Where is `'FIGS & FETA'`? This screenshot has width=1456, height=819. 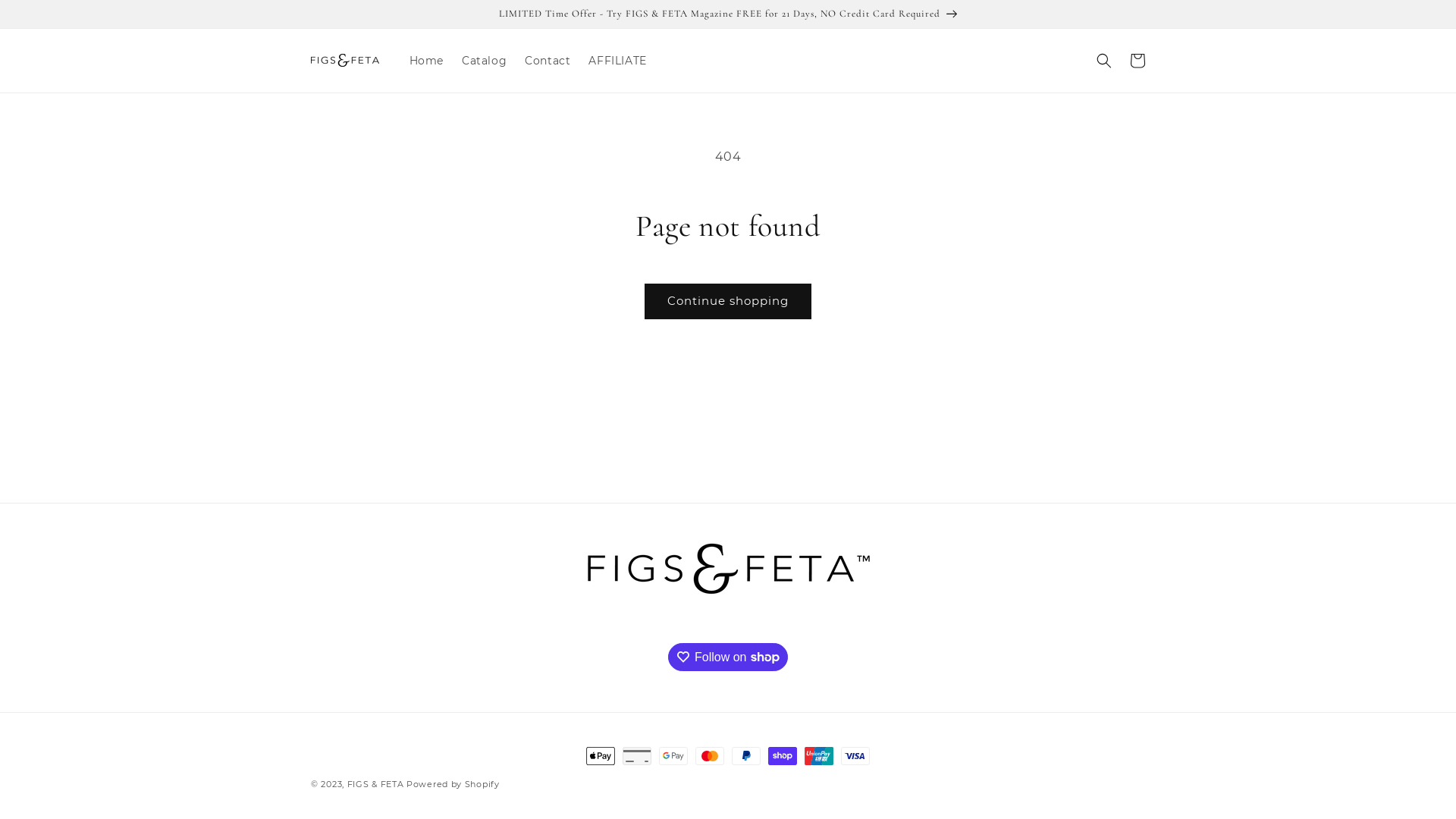
'FIGS & FETA' is located at coordinates (375, 783).